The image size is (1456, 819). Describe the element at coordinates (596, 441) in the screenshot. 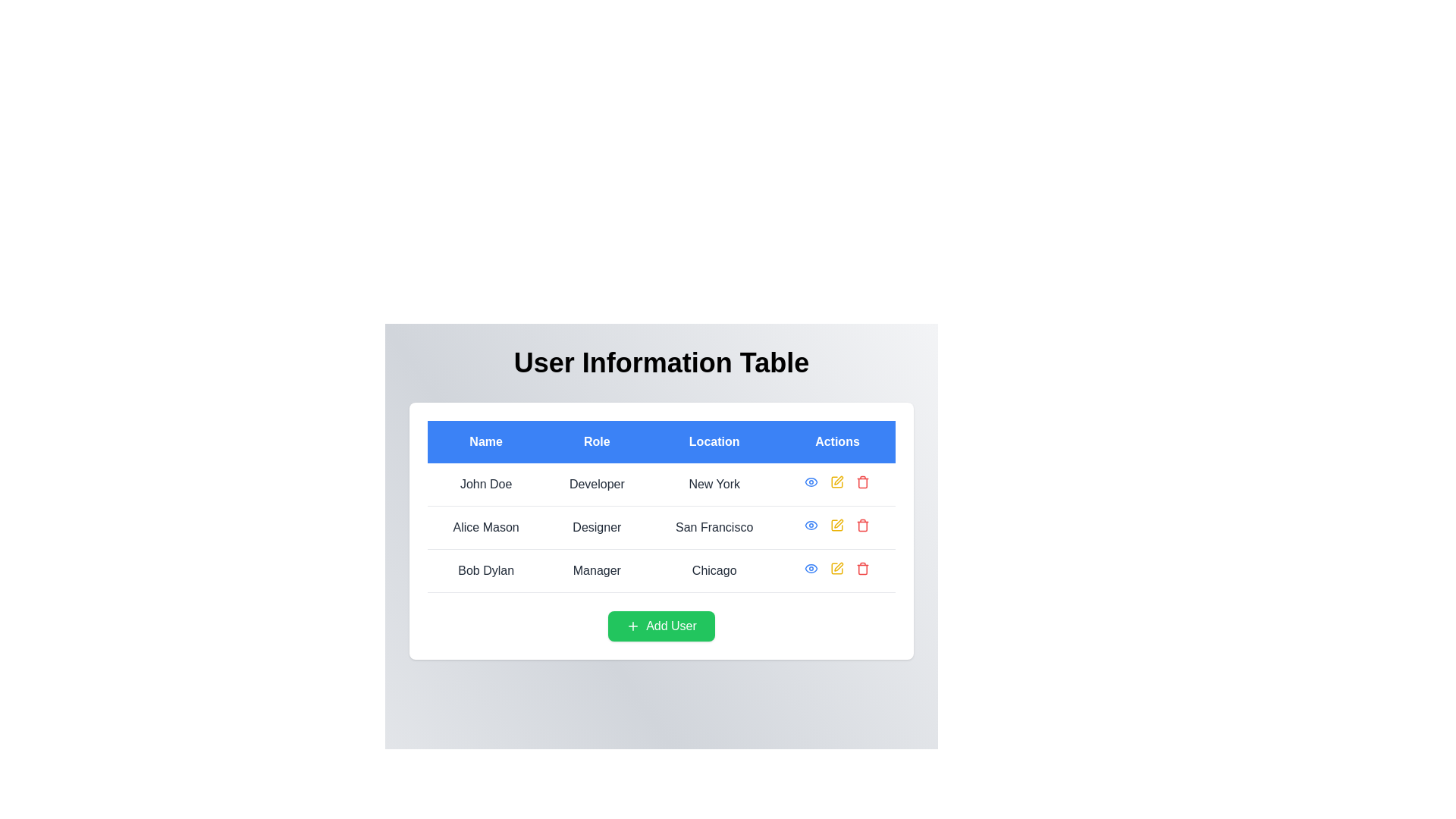

I see `the table header cell labeled 'Role', which indicates the corresponding column contains information about user roles` at that location.